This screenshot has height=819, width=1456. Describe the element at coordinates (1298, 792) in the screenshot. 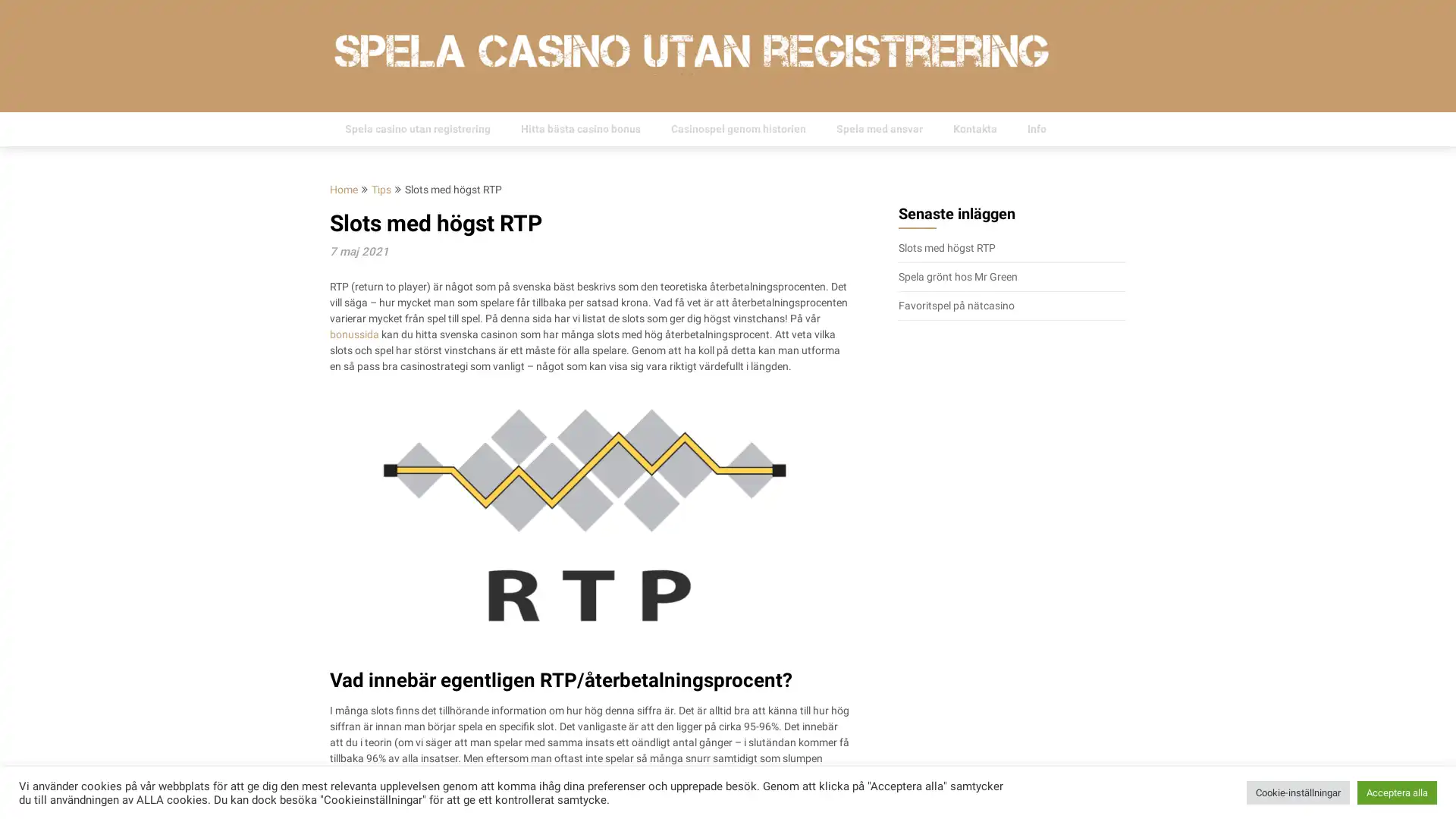

I see `Cookie-installningar` at that location.